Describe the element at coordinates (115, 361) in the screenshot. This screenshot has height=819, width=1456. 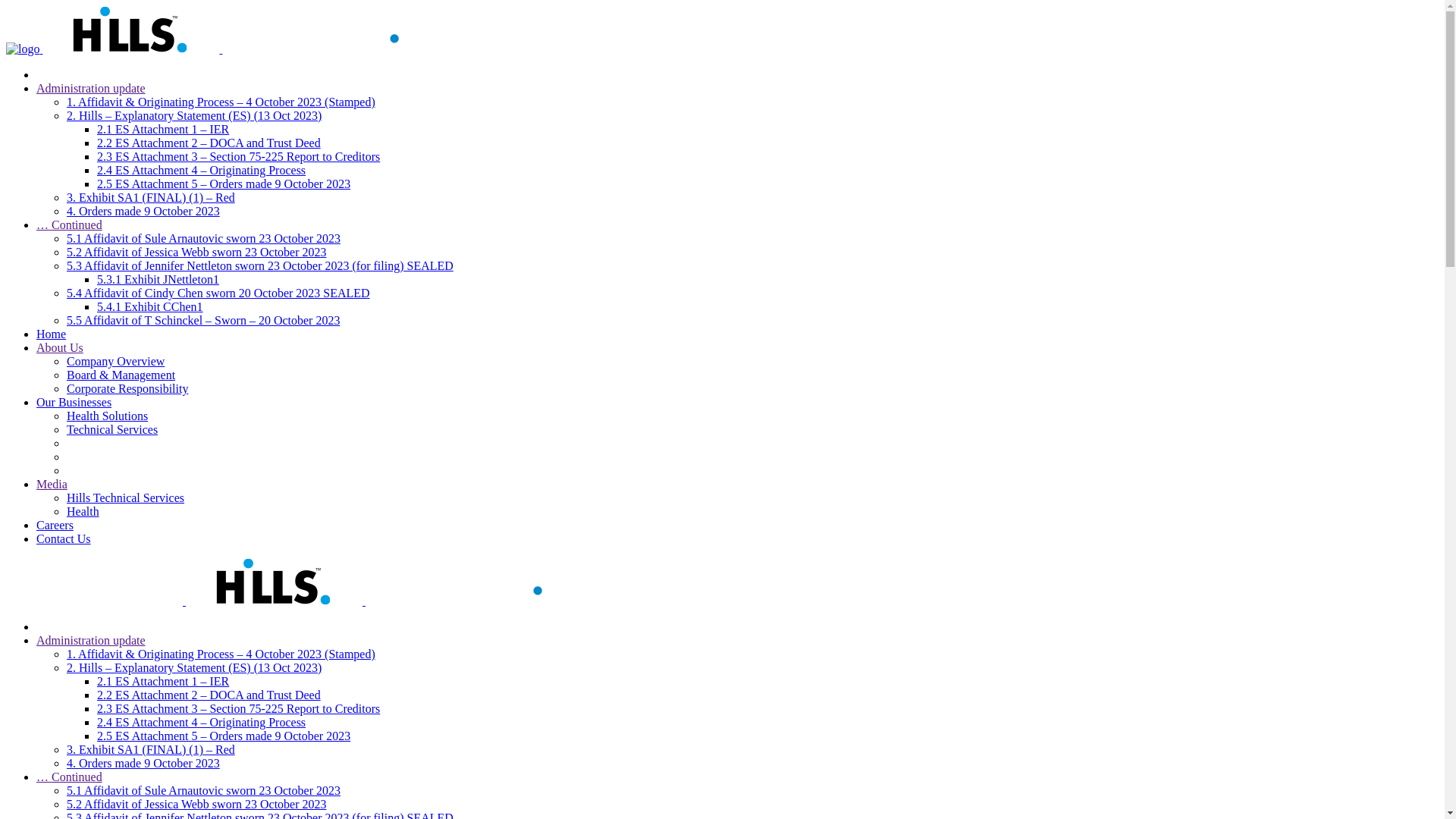
I see `'Company Overview'` at that location.